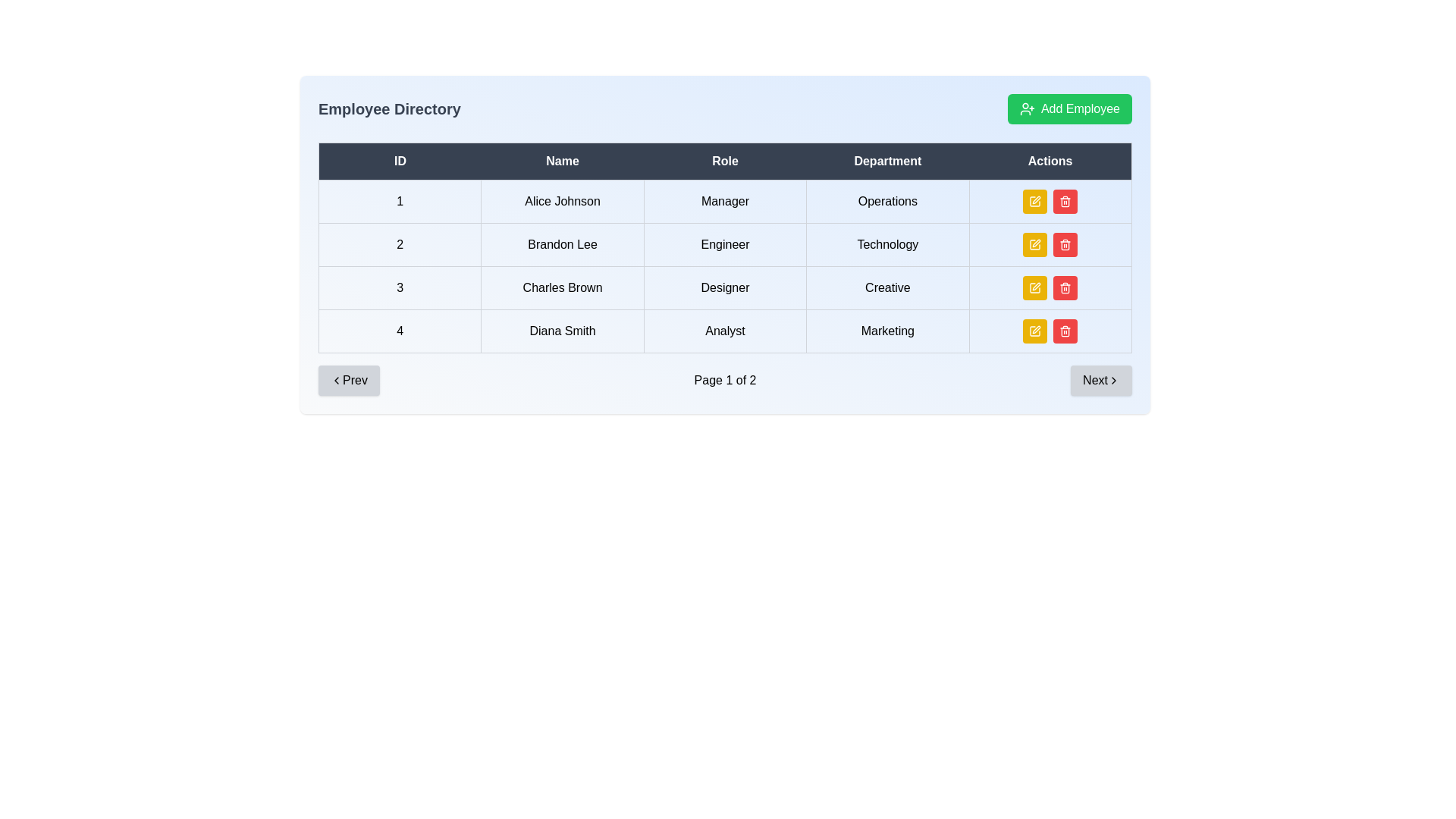 The height and width of the screenshot is (819, 1456). What do you see at coordinates (400, 161) in the screenshot?
I see `the Table header cell labeled 'ID', which is a gray rectangular area with white text centered in it, located at the top-left corner of the table` at bounding box center [400, 161].